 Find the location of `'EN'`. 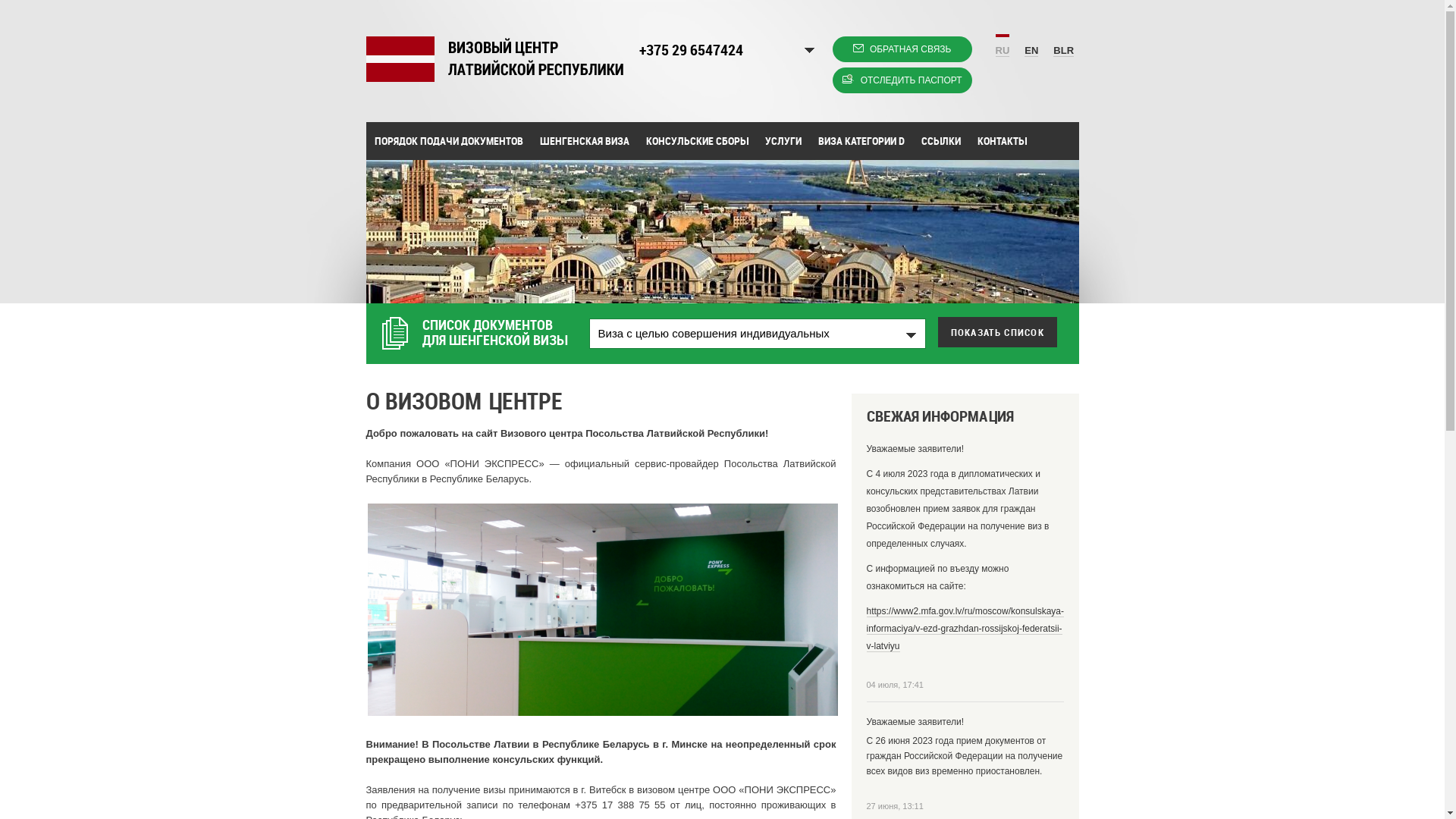

'EN' is located at coordinates (1031, 45).